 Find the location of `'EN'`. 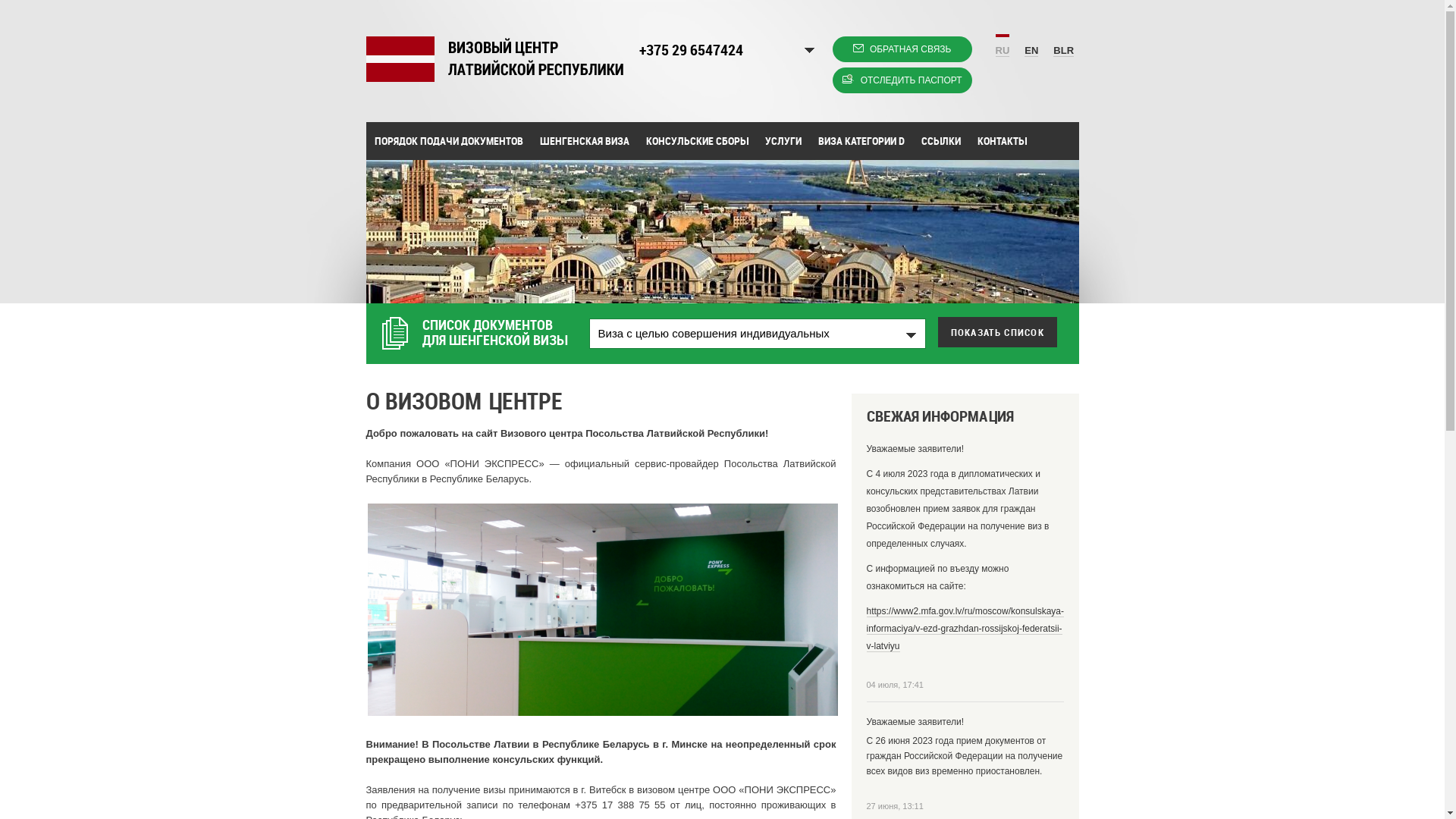

'EN' is located at coordinates (1031, 45).